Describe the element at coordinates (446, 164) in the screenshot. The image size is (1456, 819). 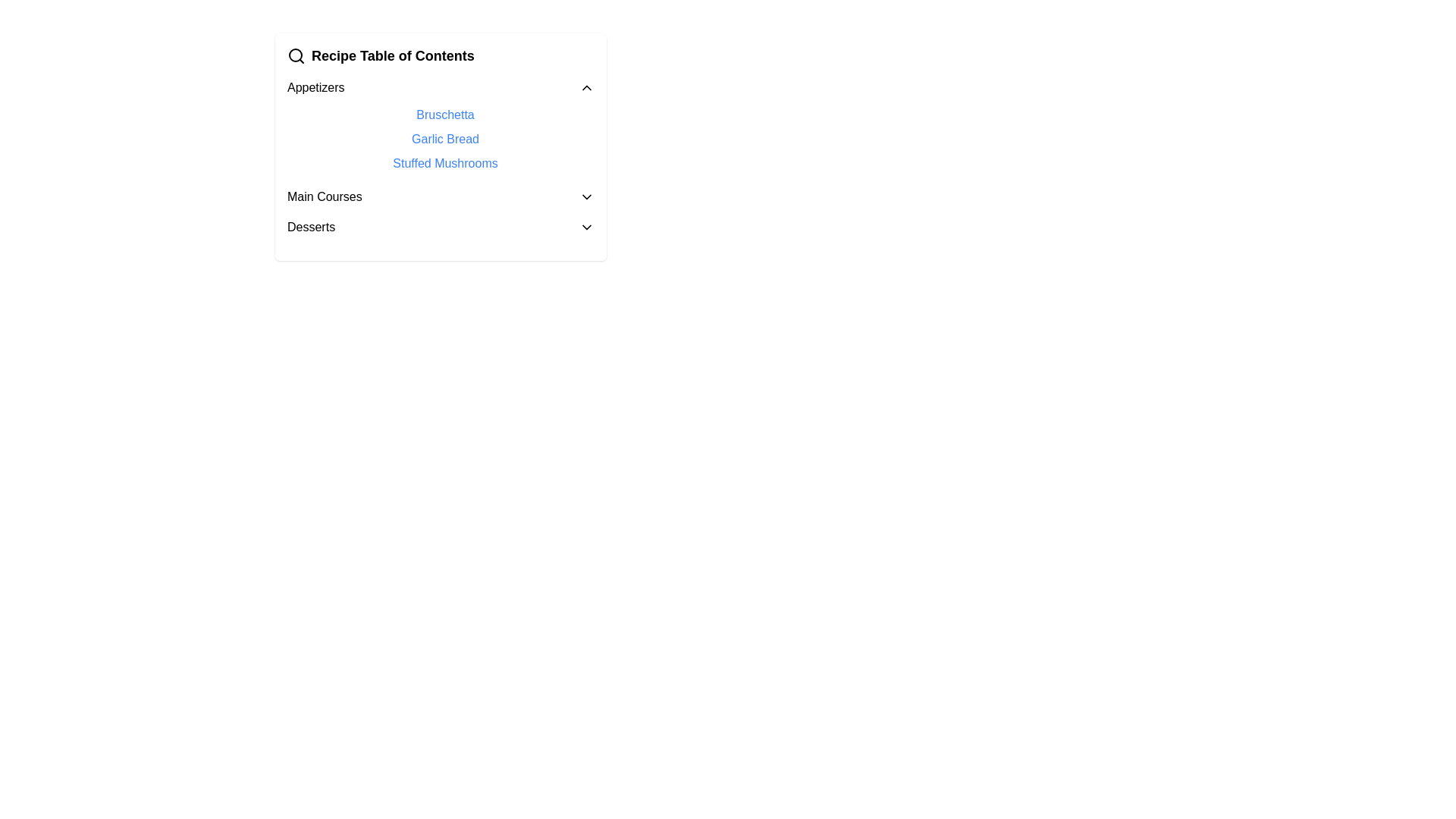
I see `the hyperlink styled as 'Stuffed Mushrooms' located under the 'Appetizers' section in the table of contents` at that location.